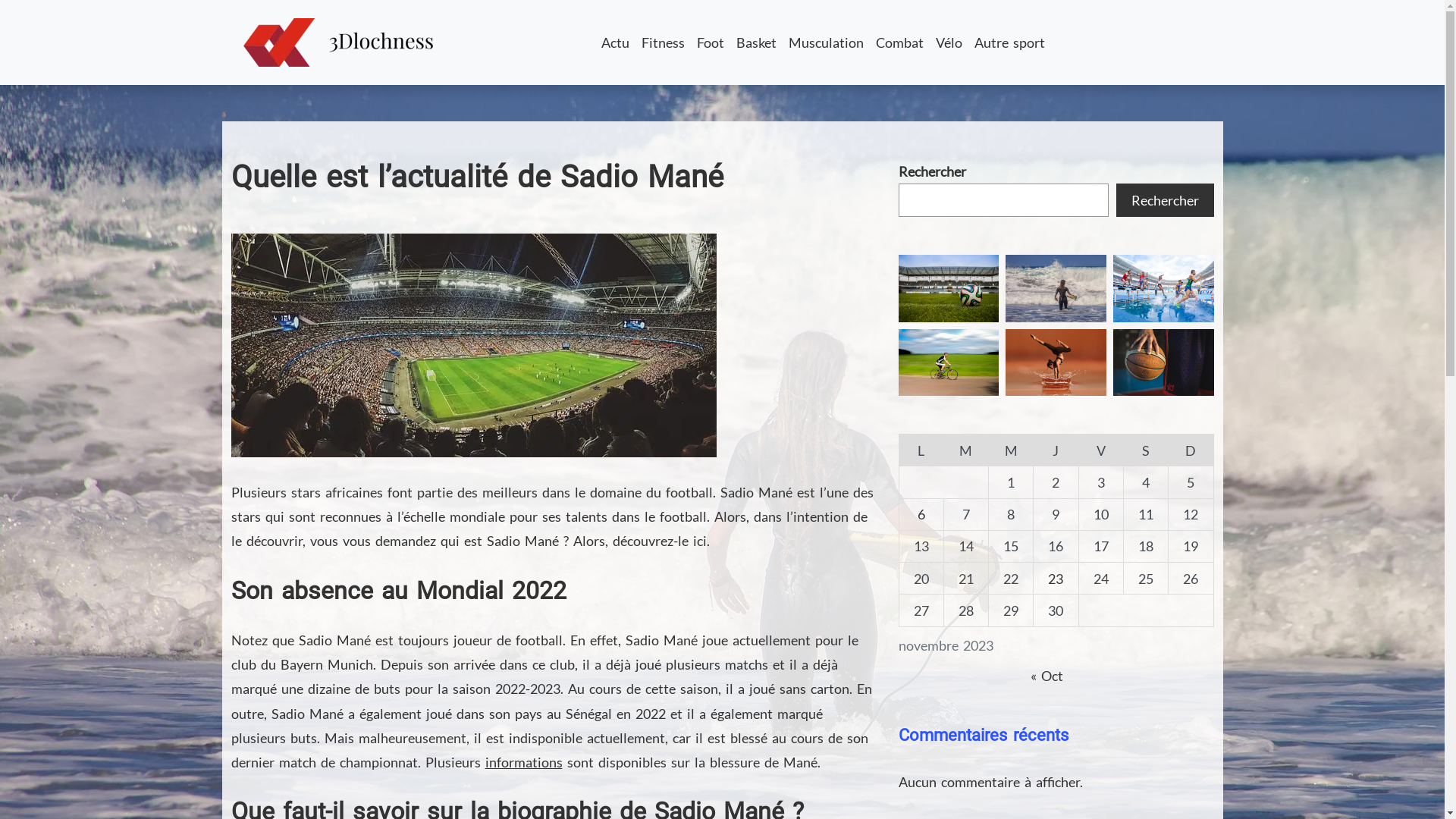 Image resolution: width=1456 pixels, height=819 pixels. I want to click on 'informations', so click(524, 762).